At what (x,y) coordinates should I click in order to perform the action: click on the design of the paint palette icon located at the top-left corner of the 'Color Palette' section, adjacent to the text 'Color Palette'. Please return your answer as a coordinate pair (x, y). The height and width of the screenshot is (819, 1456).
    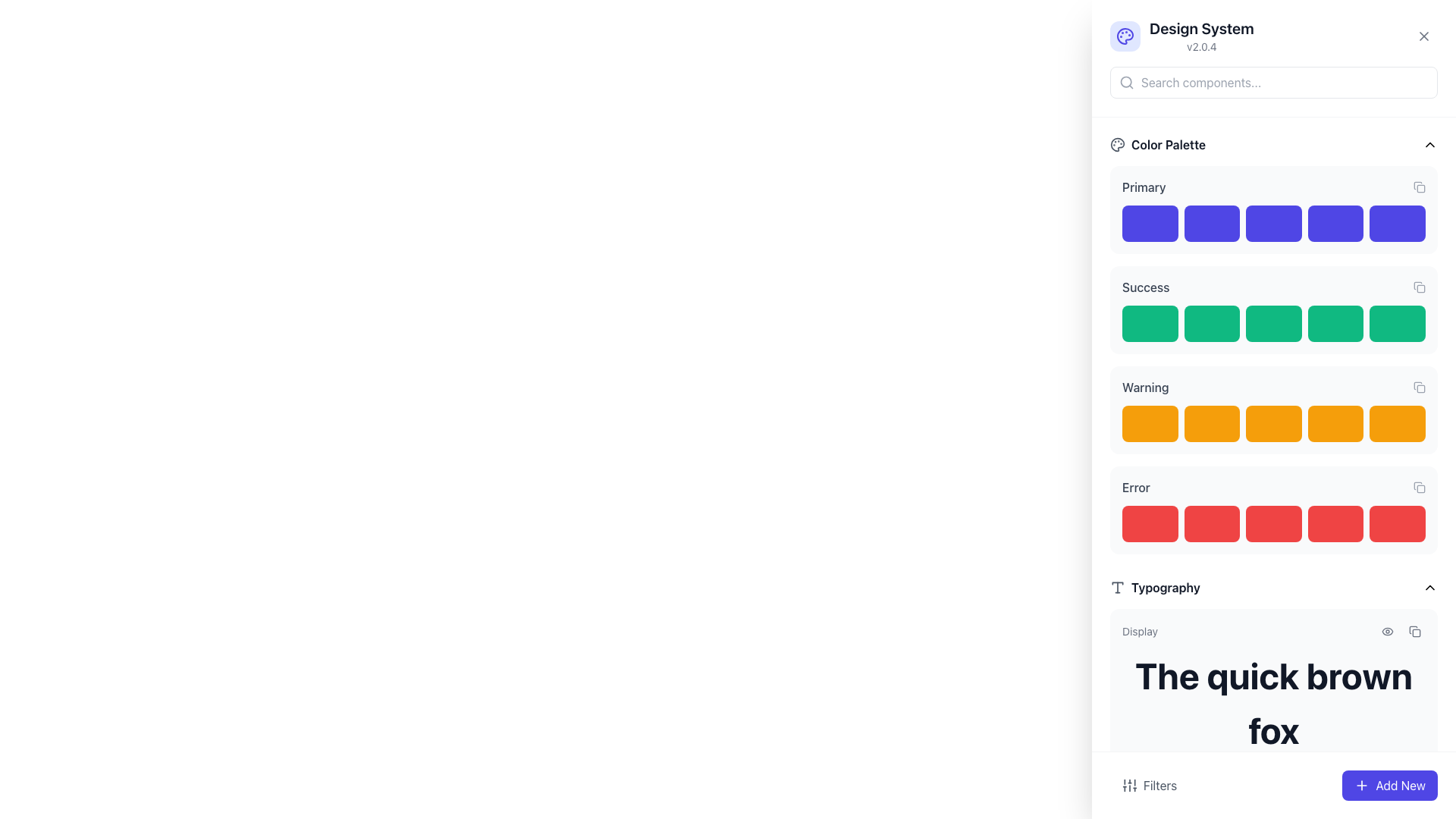
    Looking at the image, I should click on (1117, 145).